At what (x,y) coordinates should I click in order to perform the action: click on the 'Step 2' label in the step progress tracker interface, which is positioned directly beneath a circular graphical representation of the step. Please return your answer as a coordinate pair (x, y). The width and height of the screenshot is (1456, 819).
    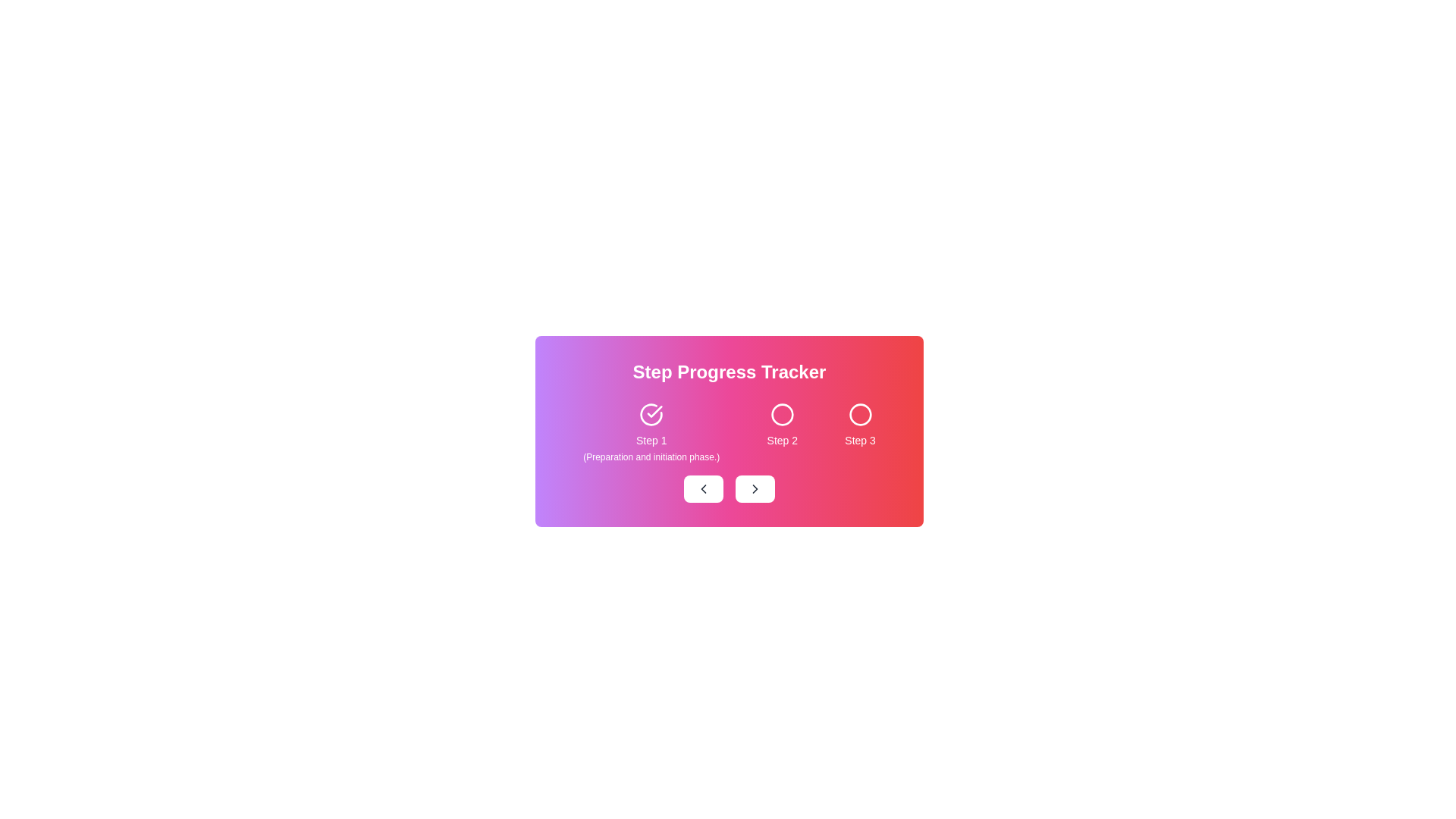
    Looking at the image, I should click on (782, 441).